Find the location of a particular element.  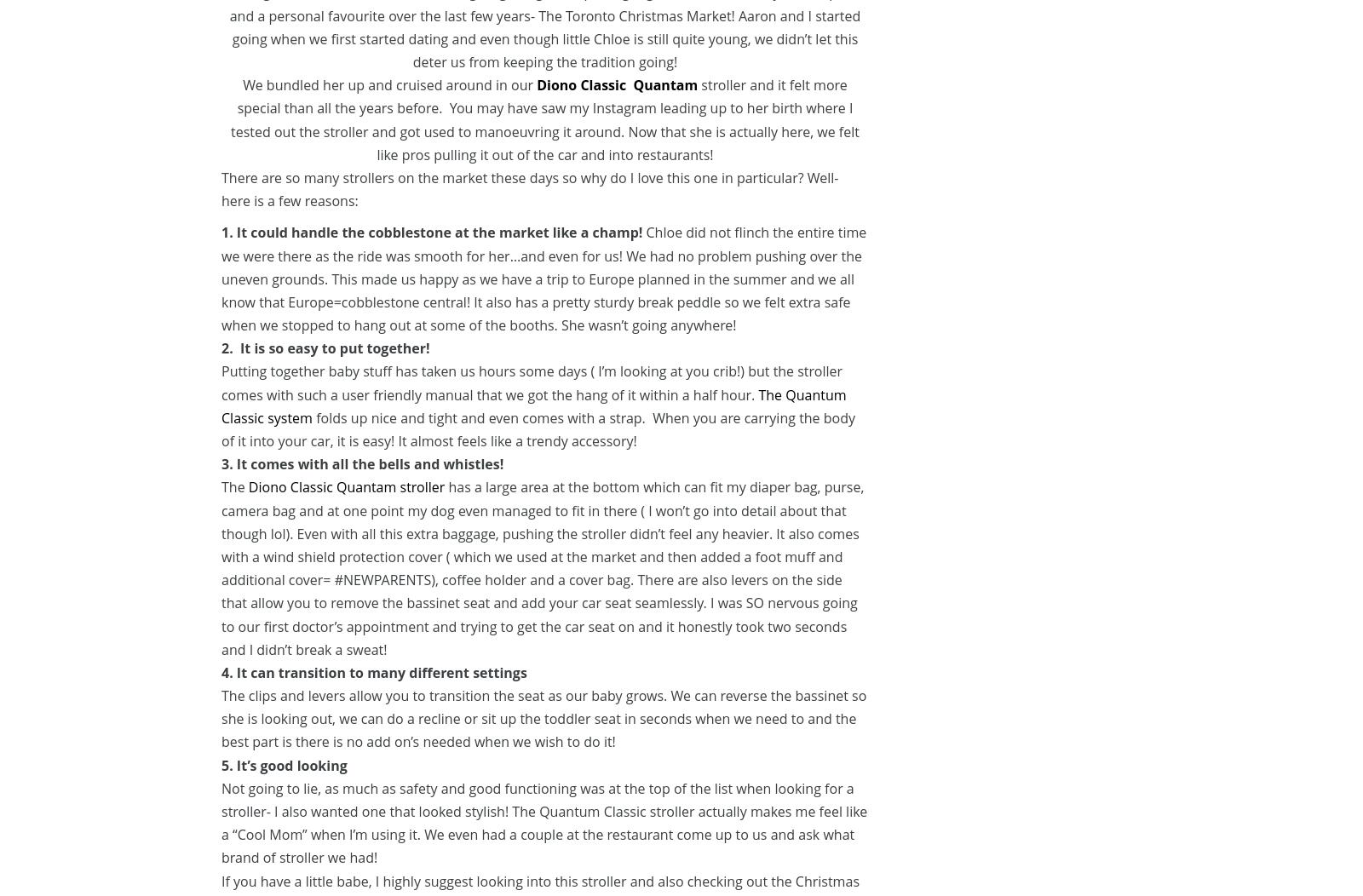

'Chloe did not flinch the entire time we were there as the ride was smooth for her…and even for us! We had no problem pushing over the uneven grounds. This made us happy as we have a trip to Europe planned in the summer and we all know that Europe=cobblestone central! It also has a pretty sturdy break peddle so we felt extra safe when we stopped to hang out at some of the booths. She wasn’t going anywhere!' is located at coordinates (543, 278).